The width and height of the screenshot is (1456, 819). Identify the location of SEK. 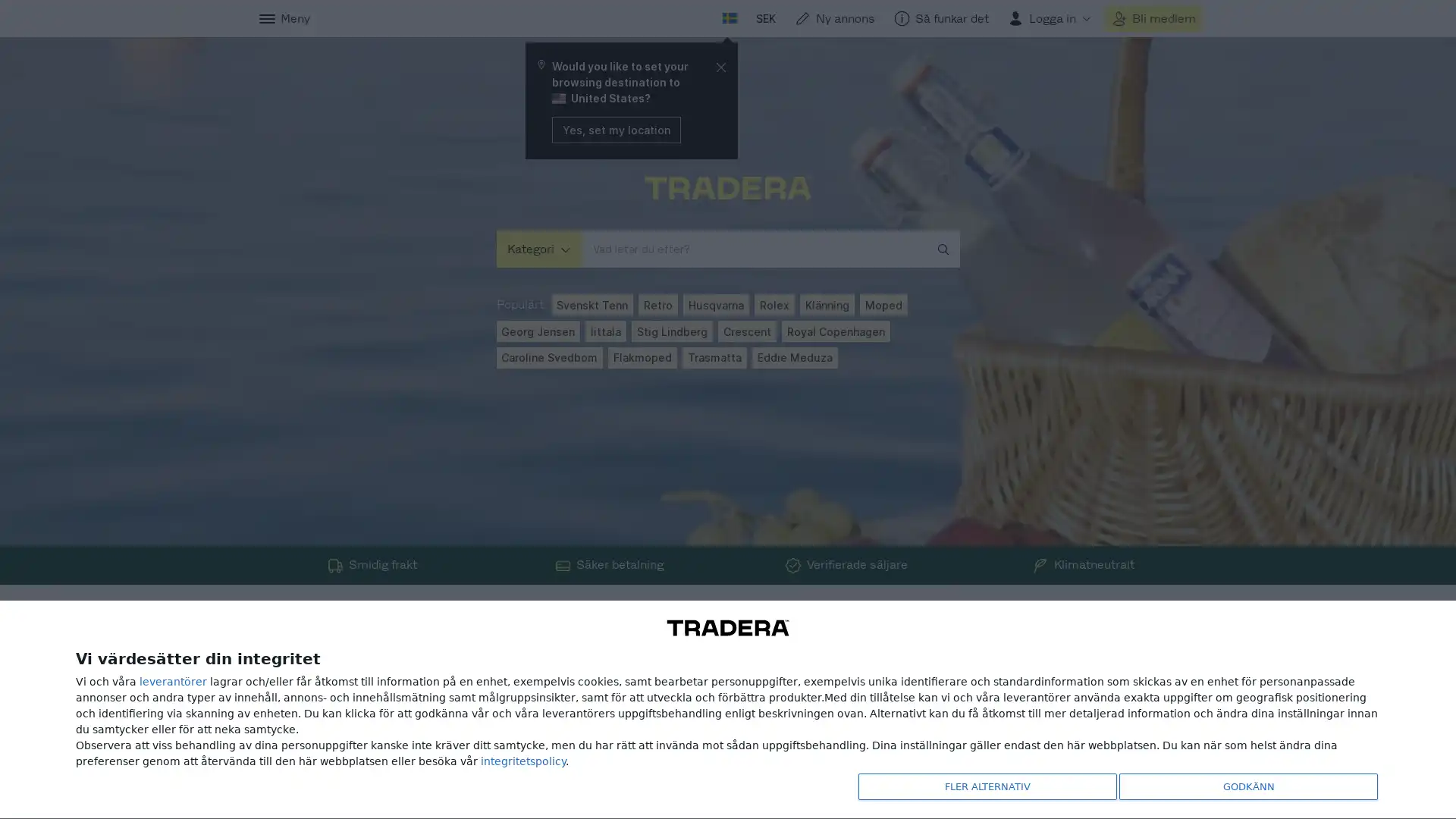
(764, 18).